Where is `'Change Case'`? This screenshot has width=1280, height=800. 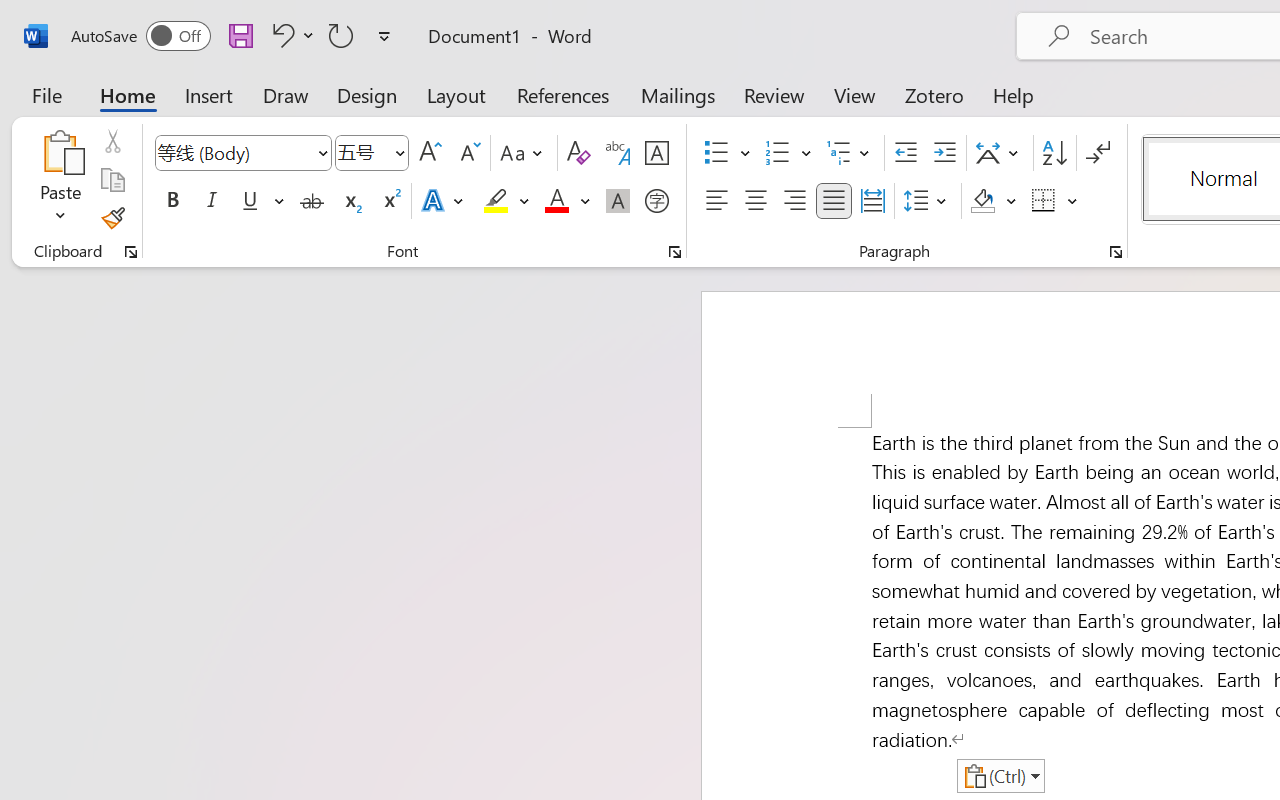
'Change Case' is located at coordinates (524, 153).